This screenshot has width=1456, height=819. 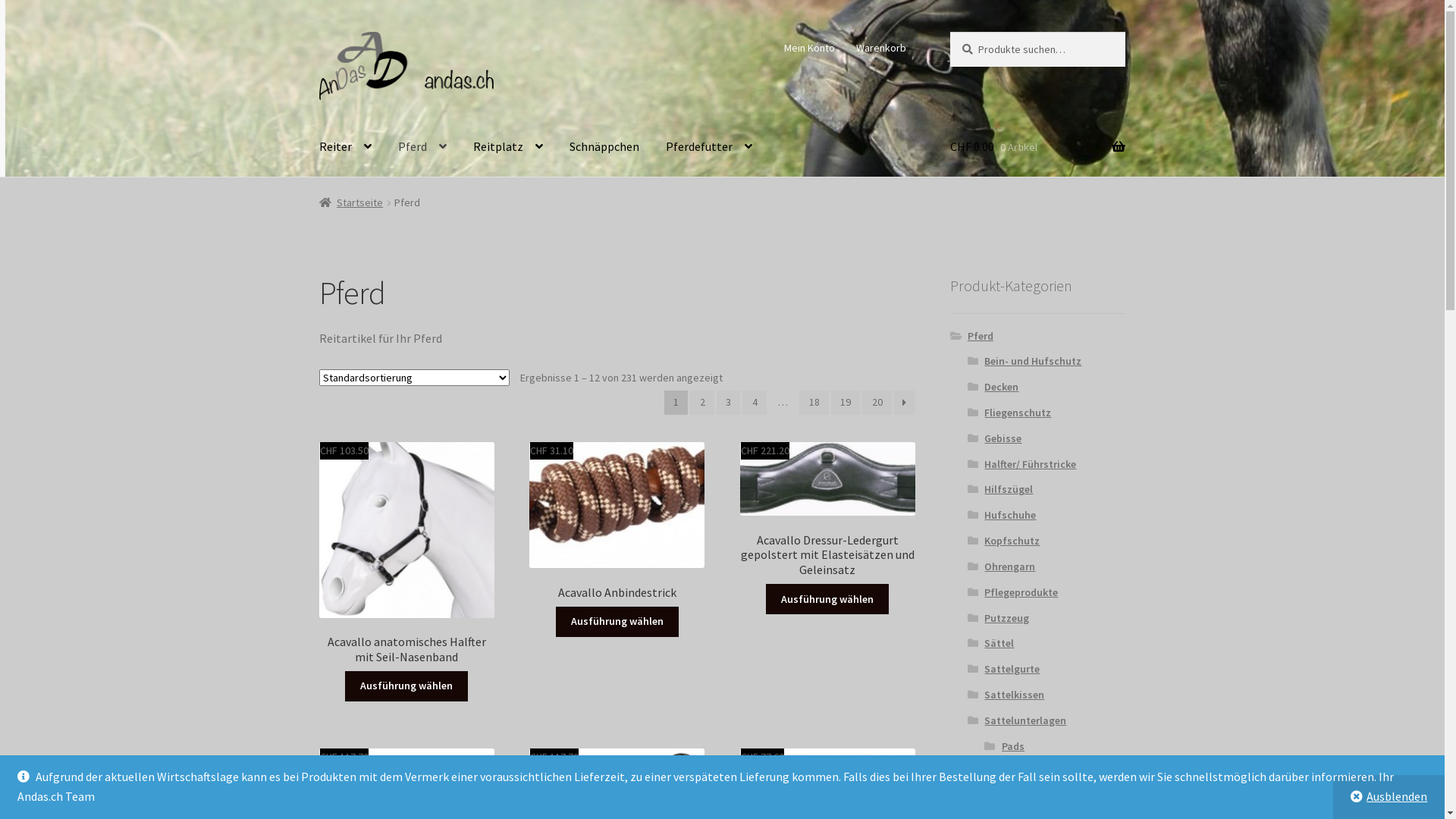 I want to click on 'Pflegeprodukte', so click(x=984, y=591).